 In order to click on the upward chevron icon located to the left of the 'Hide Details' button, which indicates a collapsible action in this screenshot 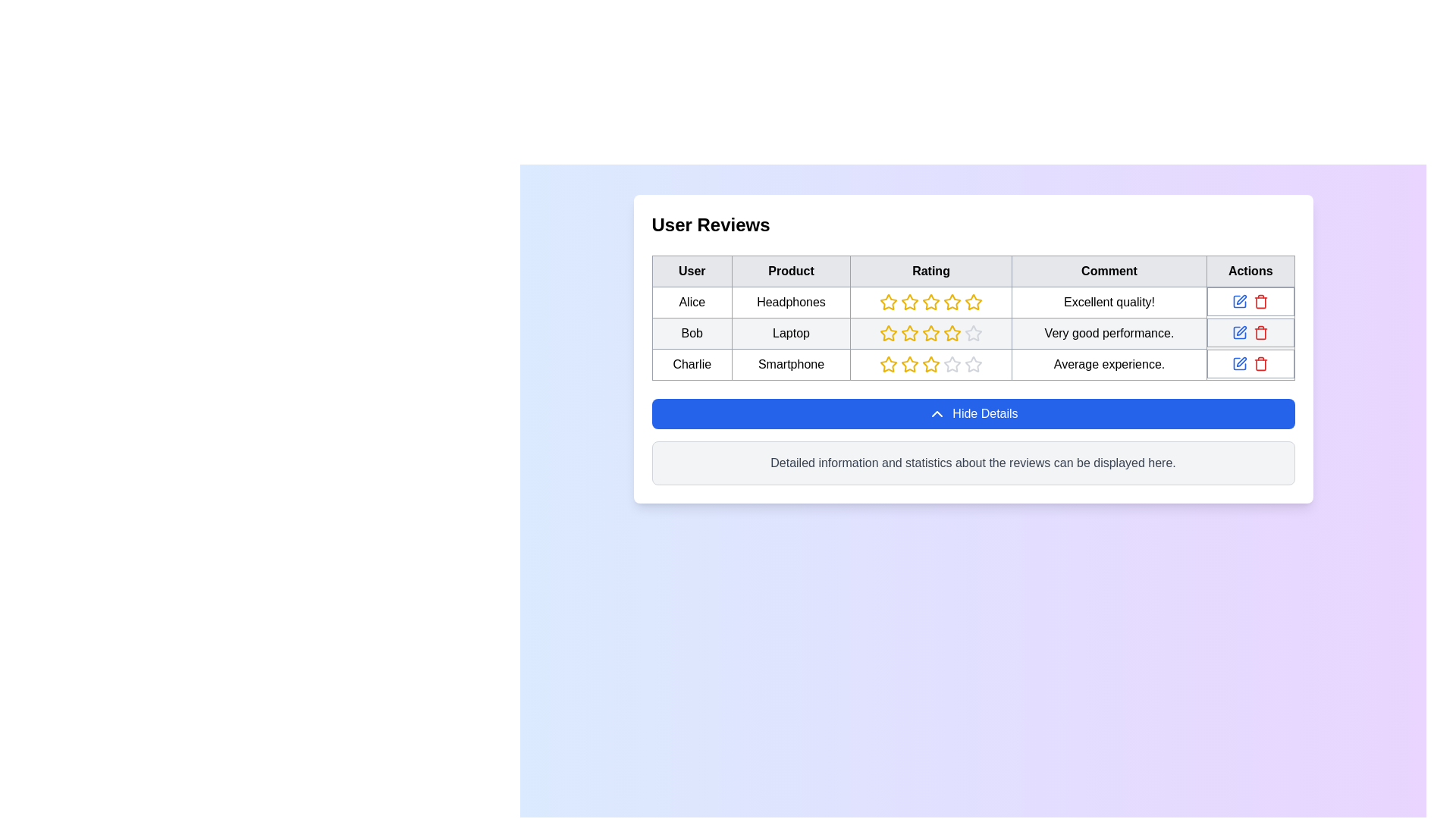, I will do `click(937, 414)`.